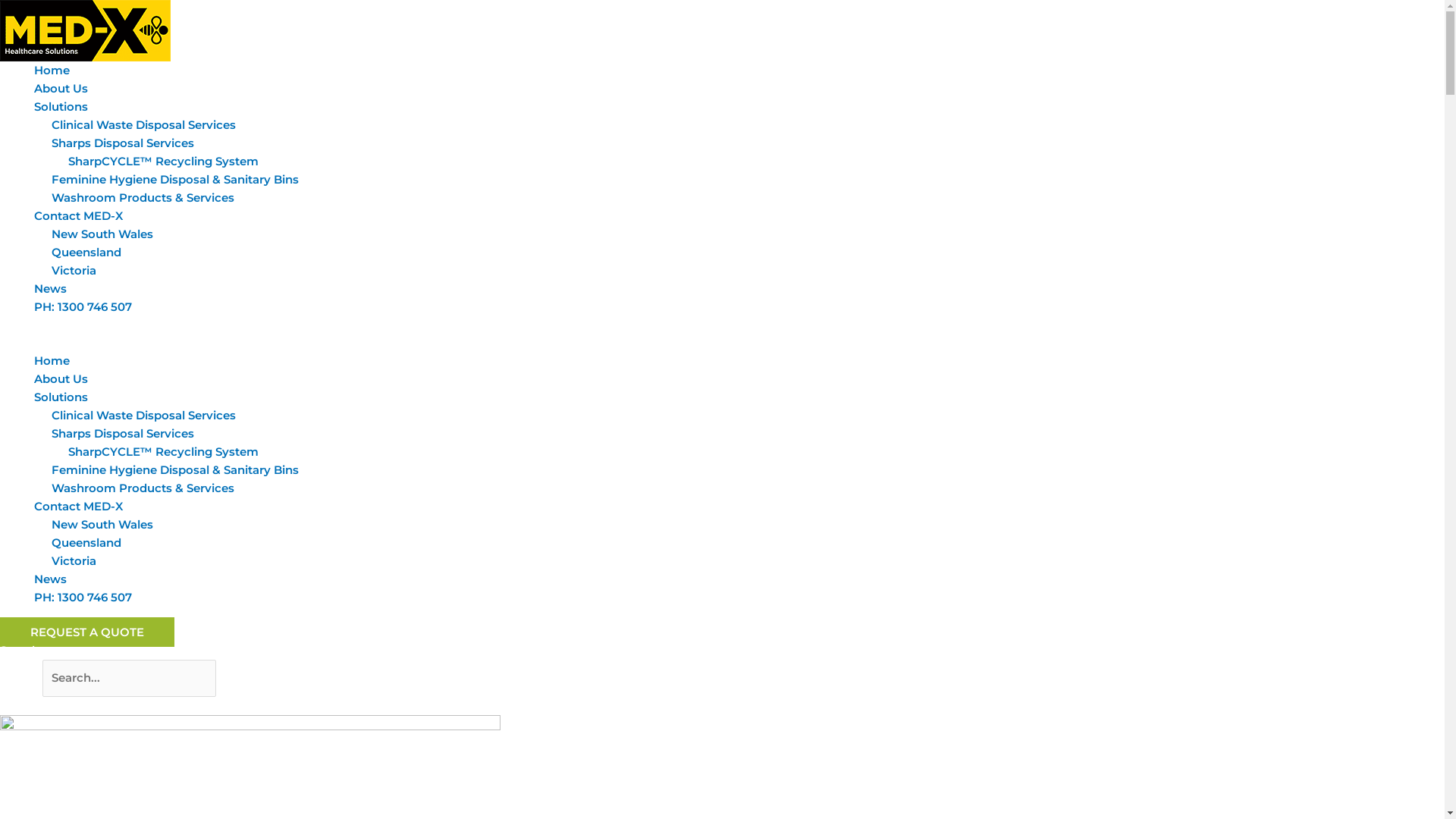 Image resolution: width=1456 pixels, height=819 pixels. What do you see at coordinates (52, 360) in the screenshot?
I see `'Home'` at bounding box center [52, 360].